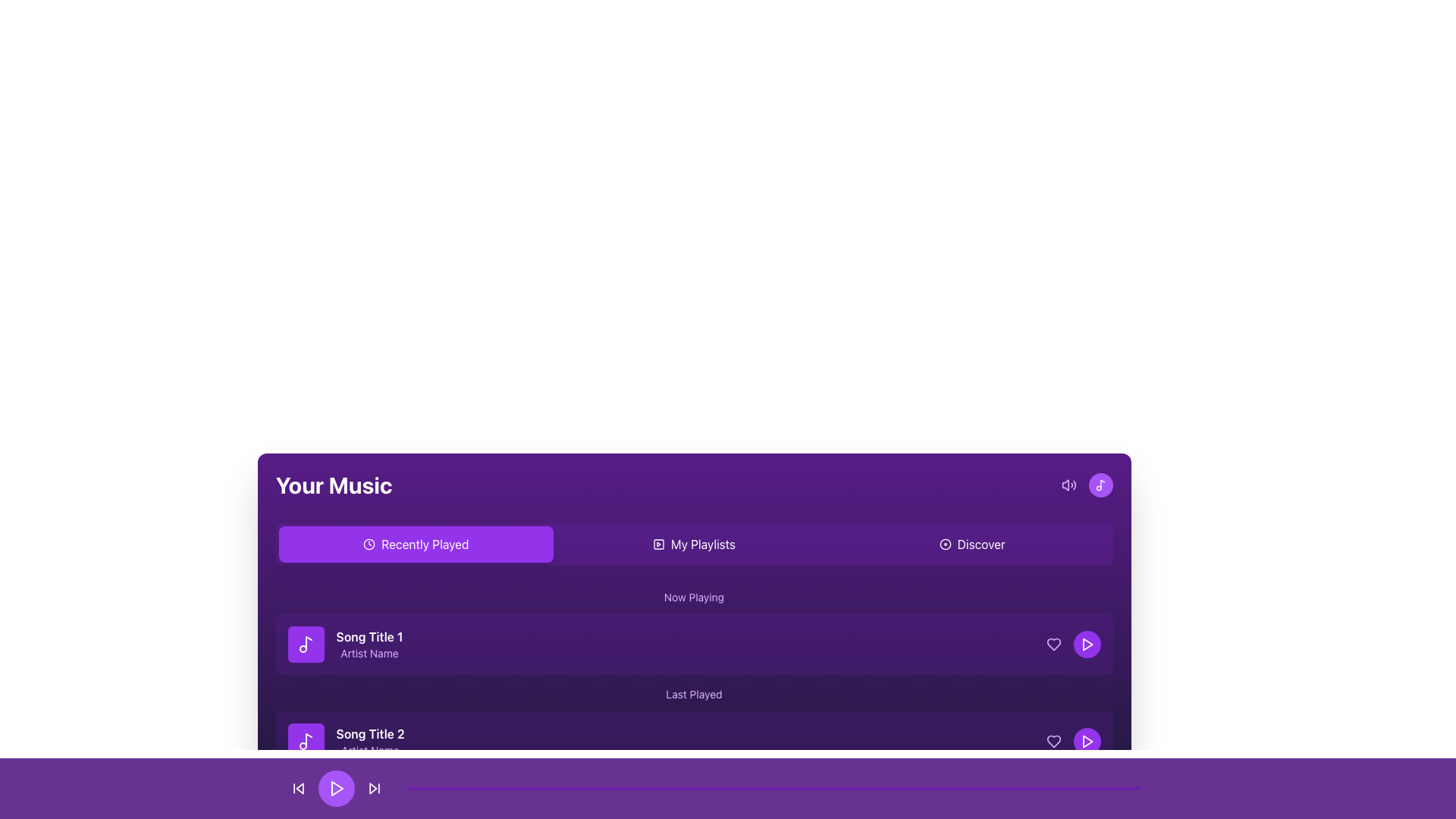  What do you see at coordinates (416, 543) in the screenshot?
I see `the 'Recently Played' button, which is the first button in a navigation bar that allows users` at bounding box center [416, 543].